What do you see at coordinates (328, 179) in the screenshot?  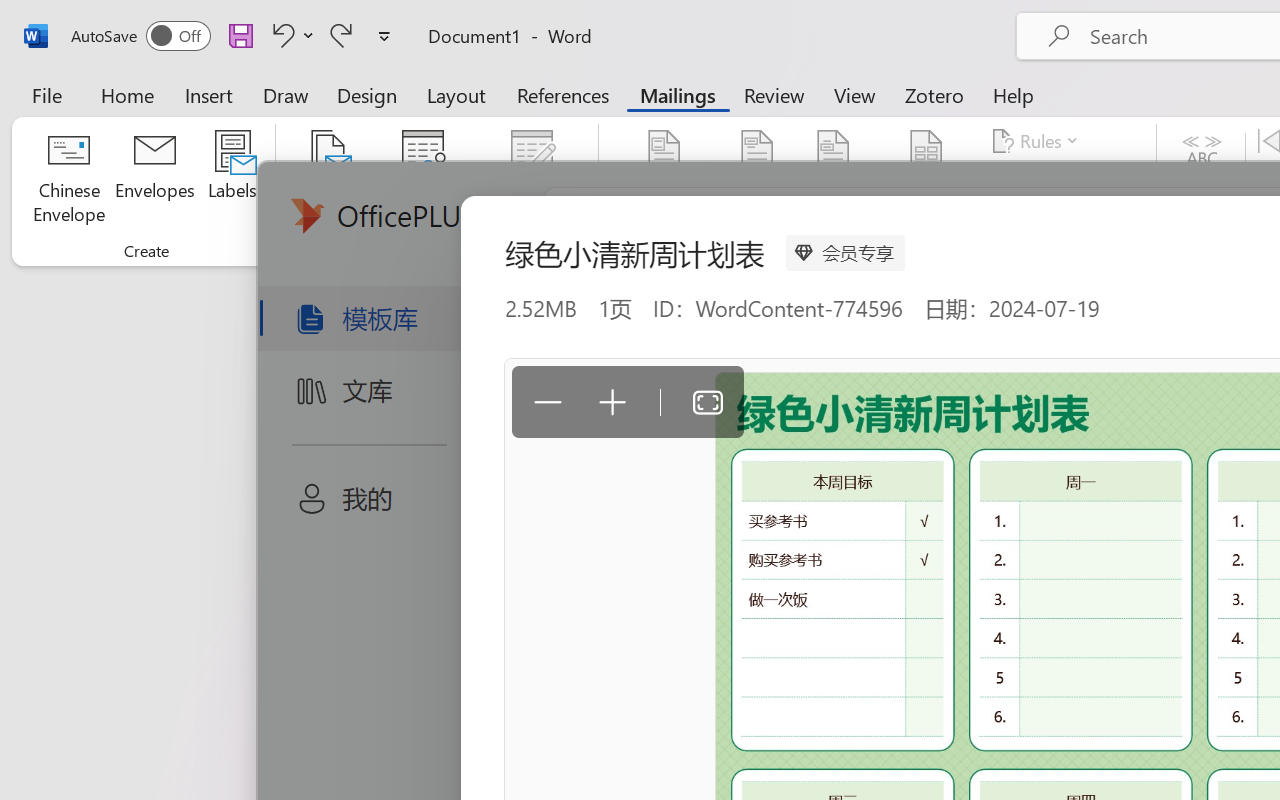 I see `'Start Mail Merge'` at bounding box center [328, 179].